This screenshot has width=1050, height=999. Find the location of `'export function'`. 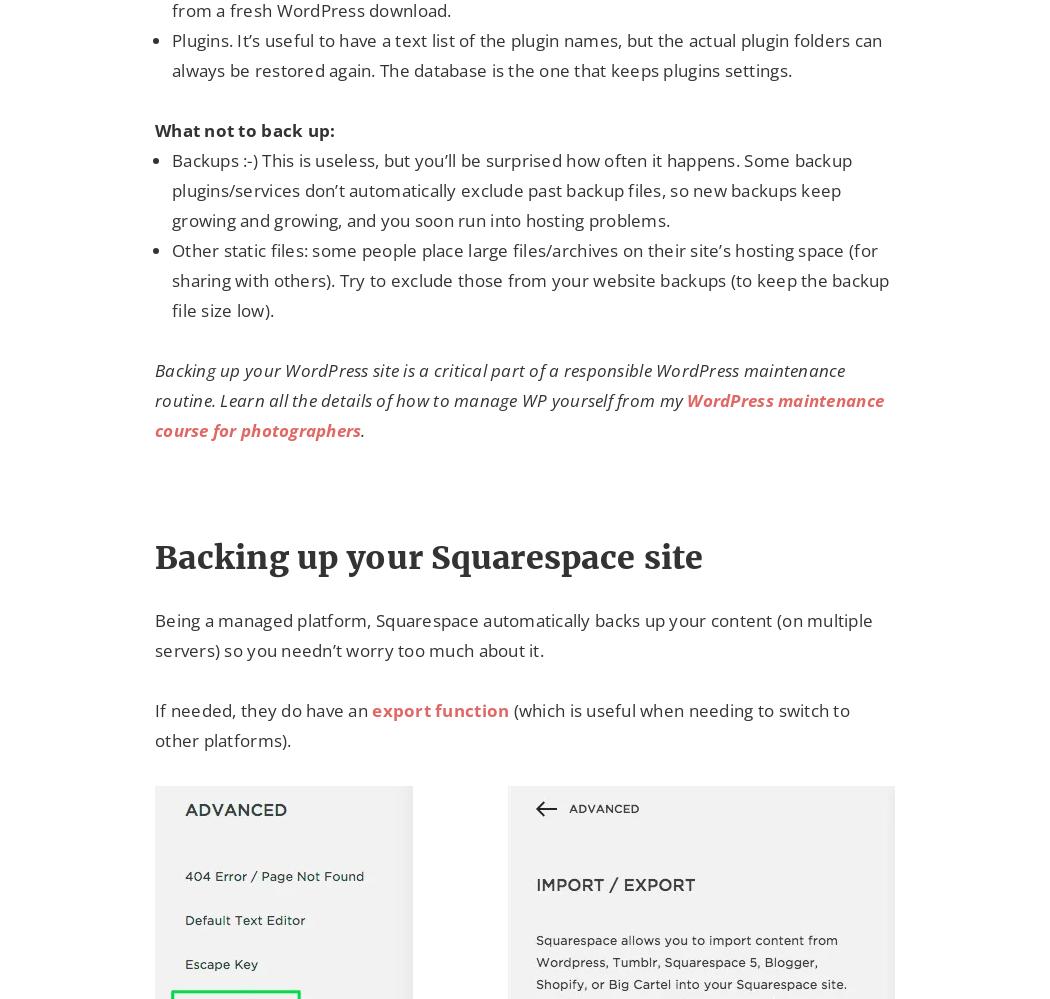

'export function' is located at coordinates (439, 709).